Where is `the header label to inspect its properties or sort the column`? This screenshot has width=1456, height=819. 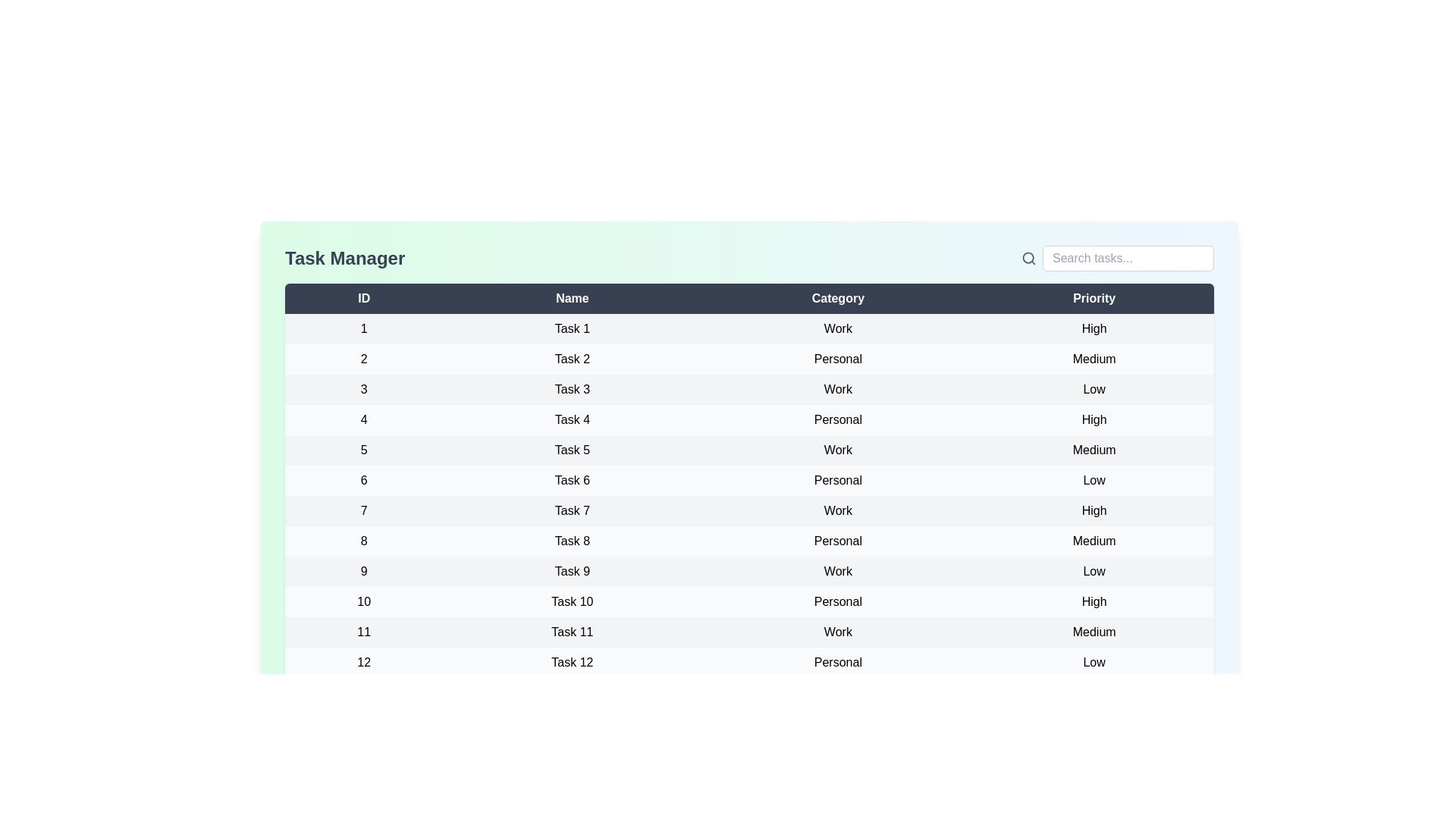 the header label to inspect its properties or sort the column is located at coordinates (364, 298).